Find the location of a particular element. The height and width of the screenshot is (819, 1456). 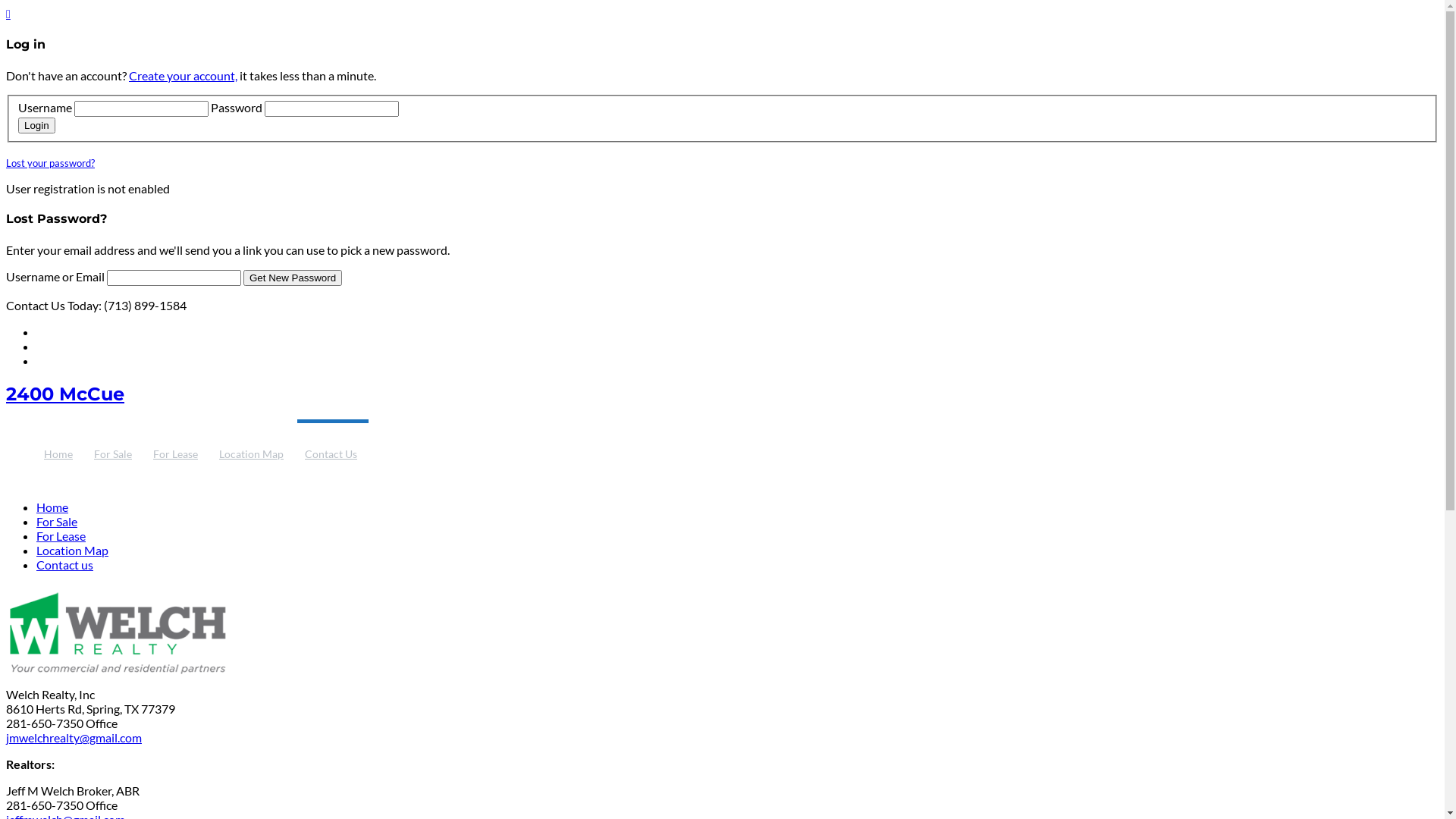

'2400 McCue' is located at coordinates (64, 393).